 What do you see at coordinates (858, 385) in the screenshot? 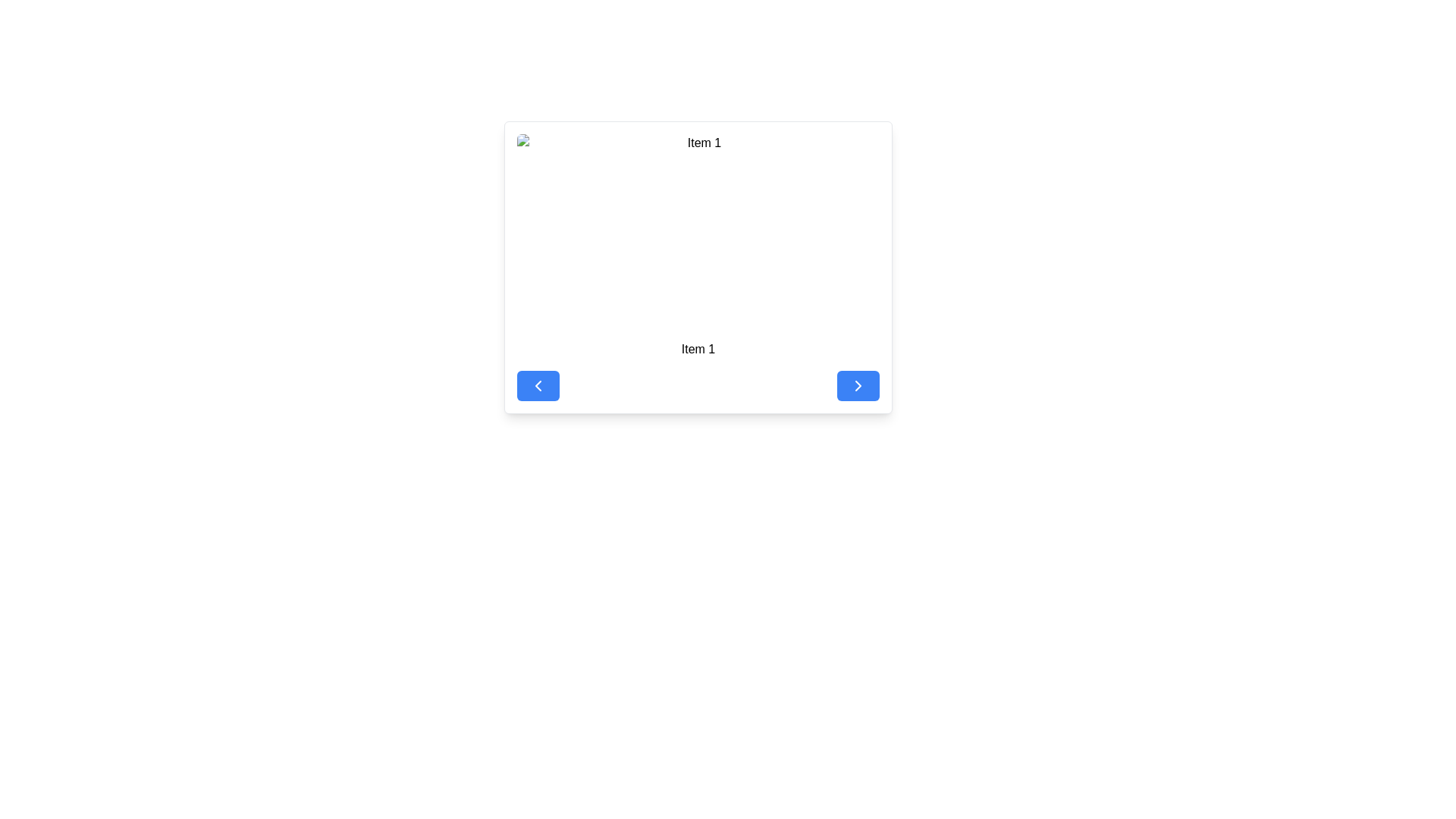
I see `the right-pointing arrow icon within the blue circular button located in the bottom-right corner of the interface` at bounding box center [858, 385].